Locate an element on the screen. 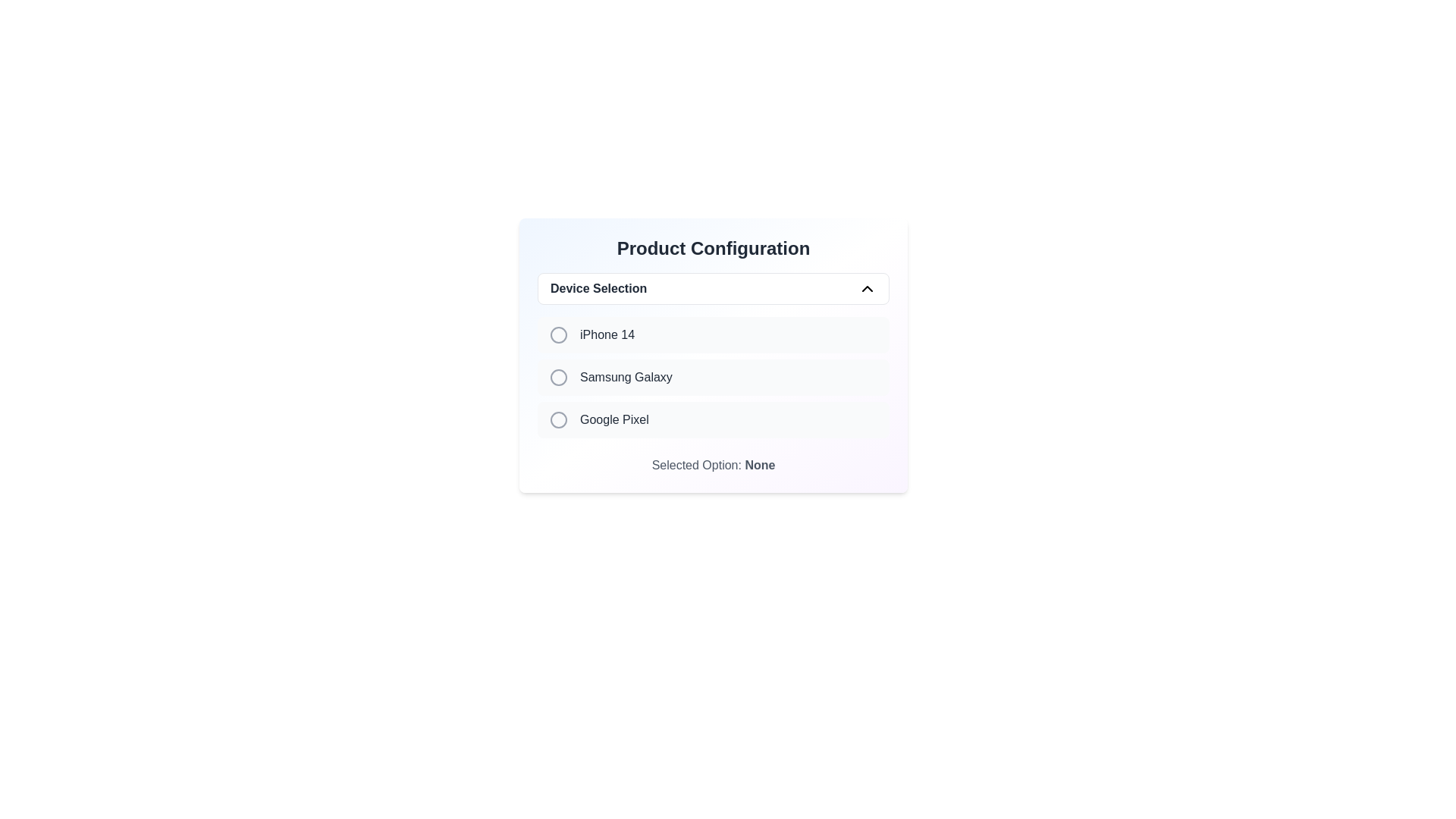 The height and width of the screenshot is (819, 1456). the circular selection indicator next to the 'Samsung Galaxy' text for additional visual feedback is located at coordinates (558, 376).